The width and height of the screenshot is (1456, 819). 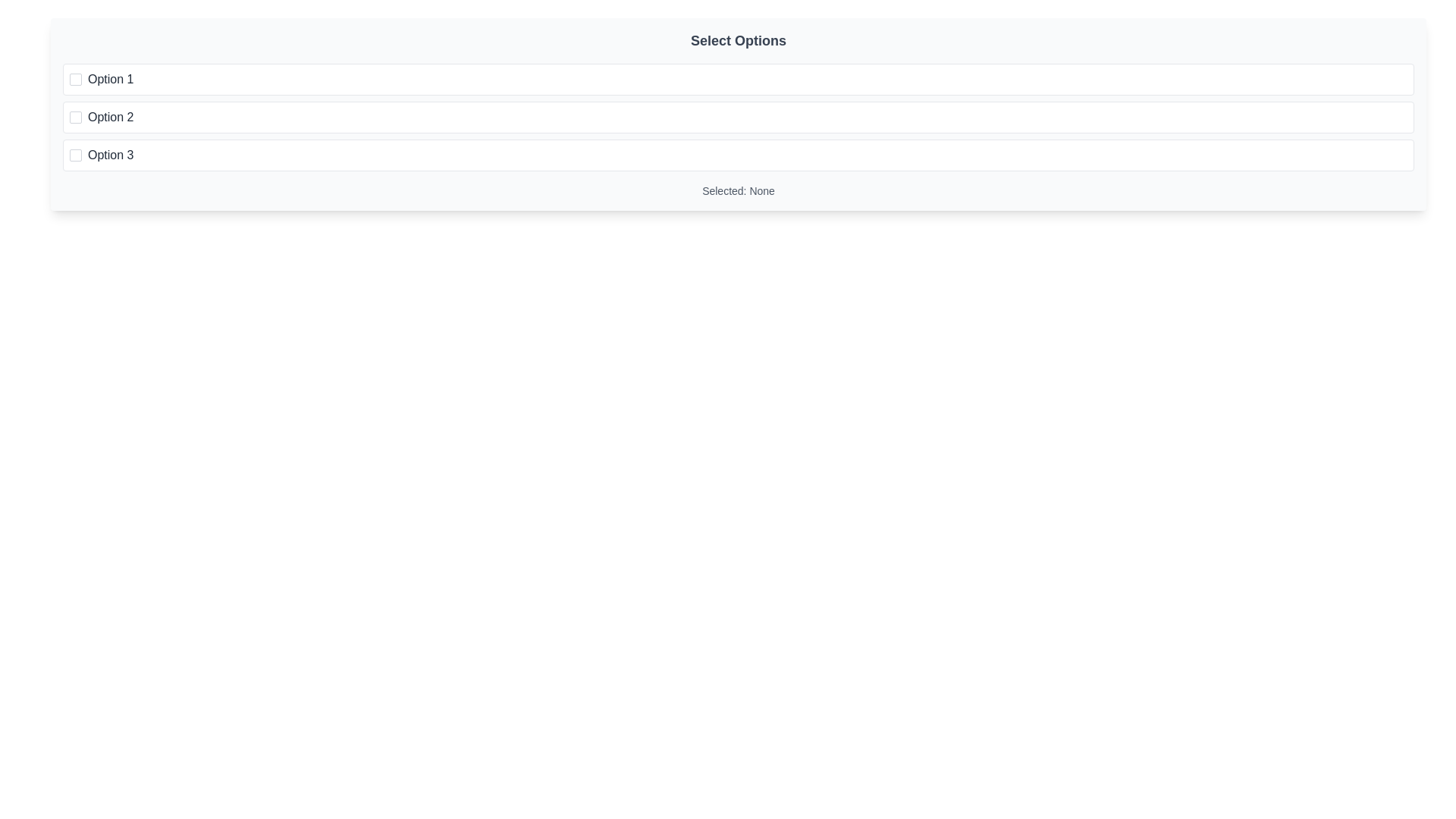 I want to click on the checkbox located at the far left of 'Option 3', so click(x=75, y=155).